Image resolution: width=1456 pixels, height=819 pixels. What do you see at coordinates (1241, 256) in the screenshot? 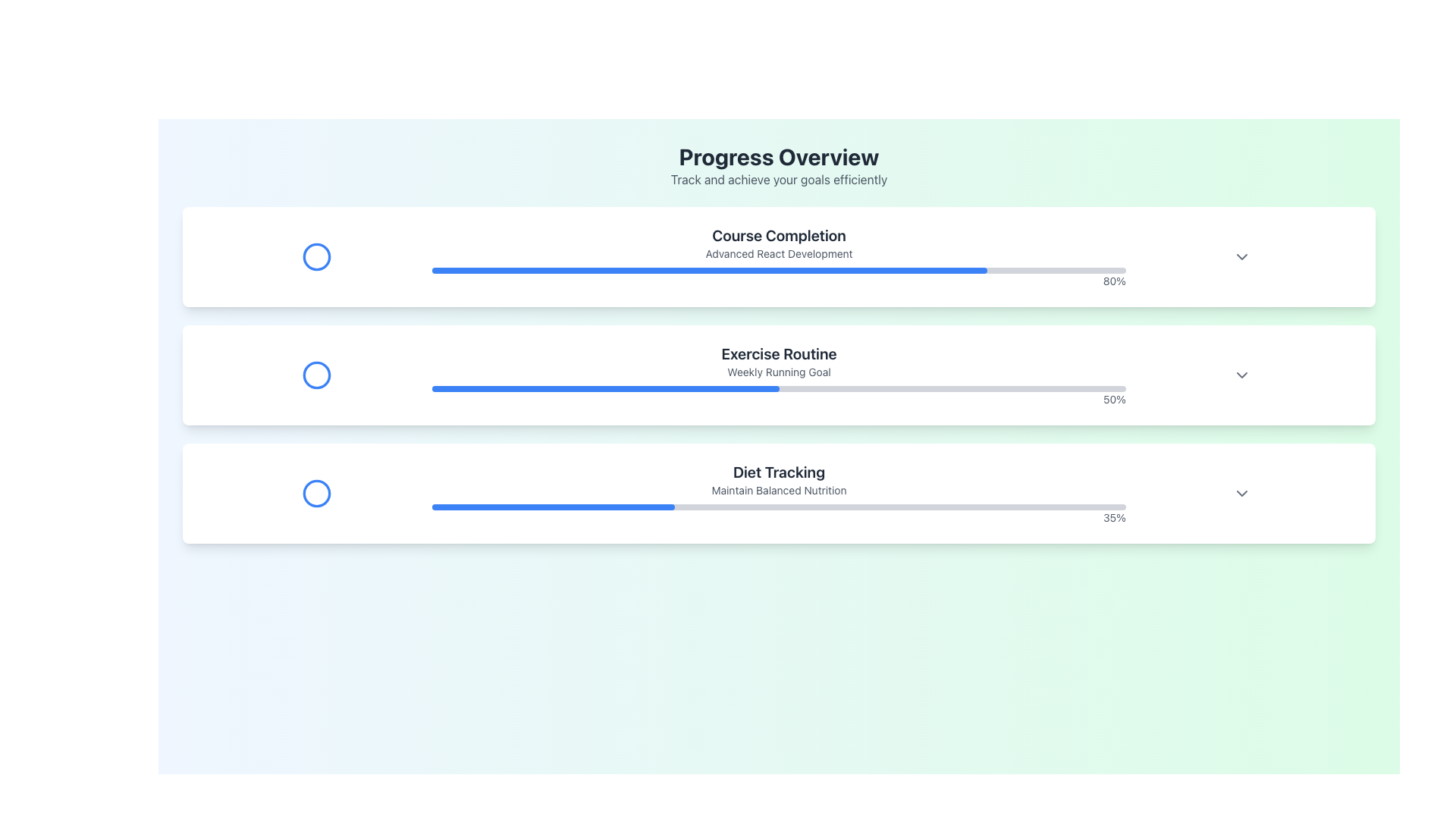
I see `the Chevron Down icon located in the 'Course Completion' section` at bounding box center [1241, 256].